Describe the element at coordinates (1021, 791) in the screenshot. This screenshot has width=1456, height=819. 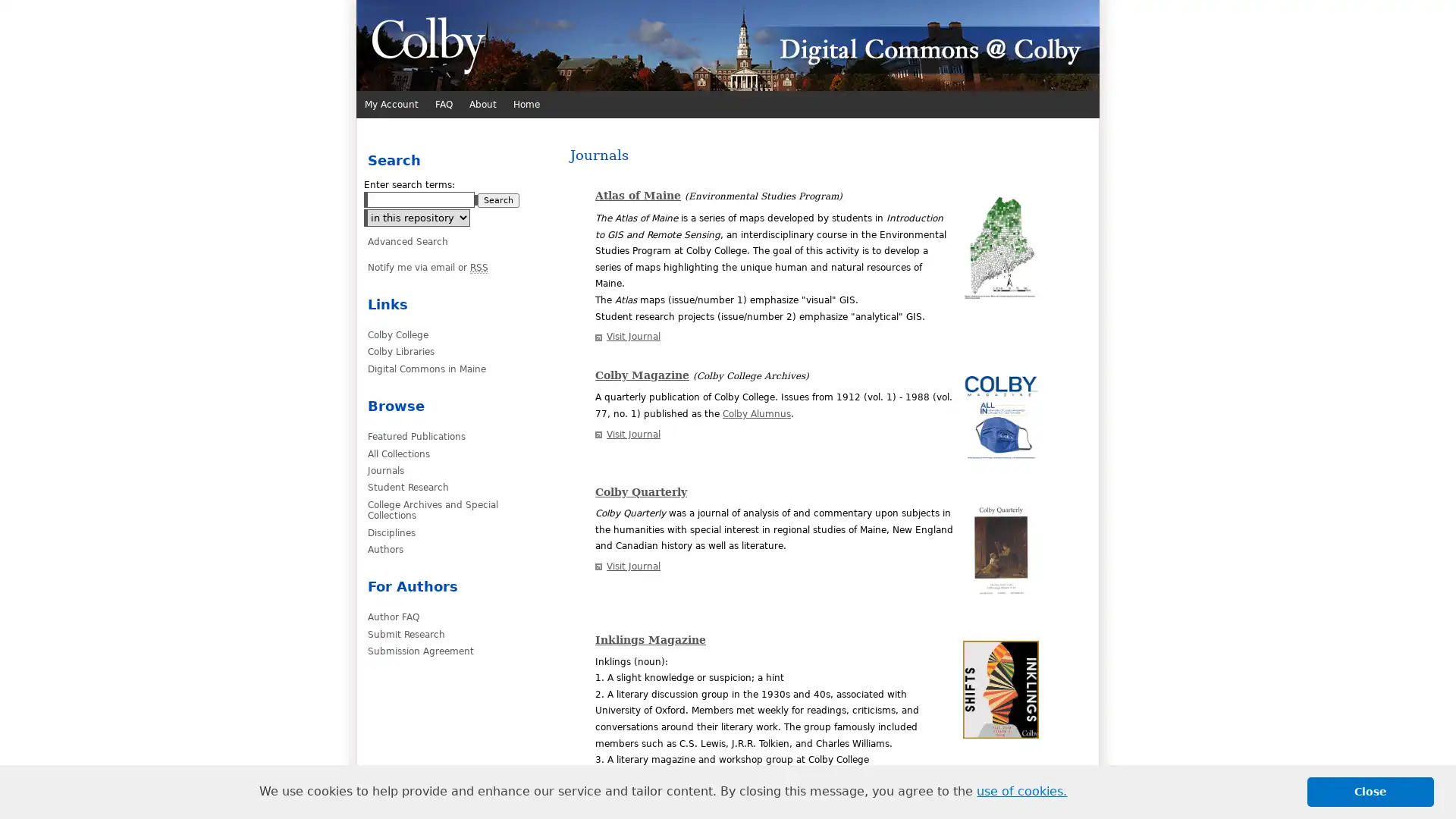
I see `learn more about cookies` at that location.